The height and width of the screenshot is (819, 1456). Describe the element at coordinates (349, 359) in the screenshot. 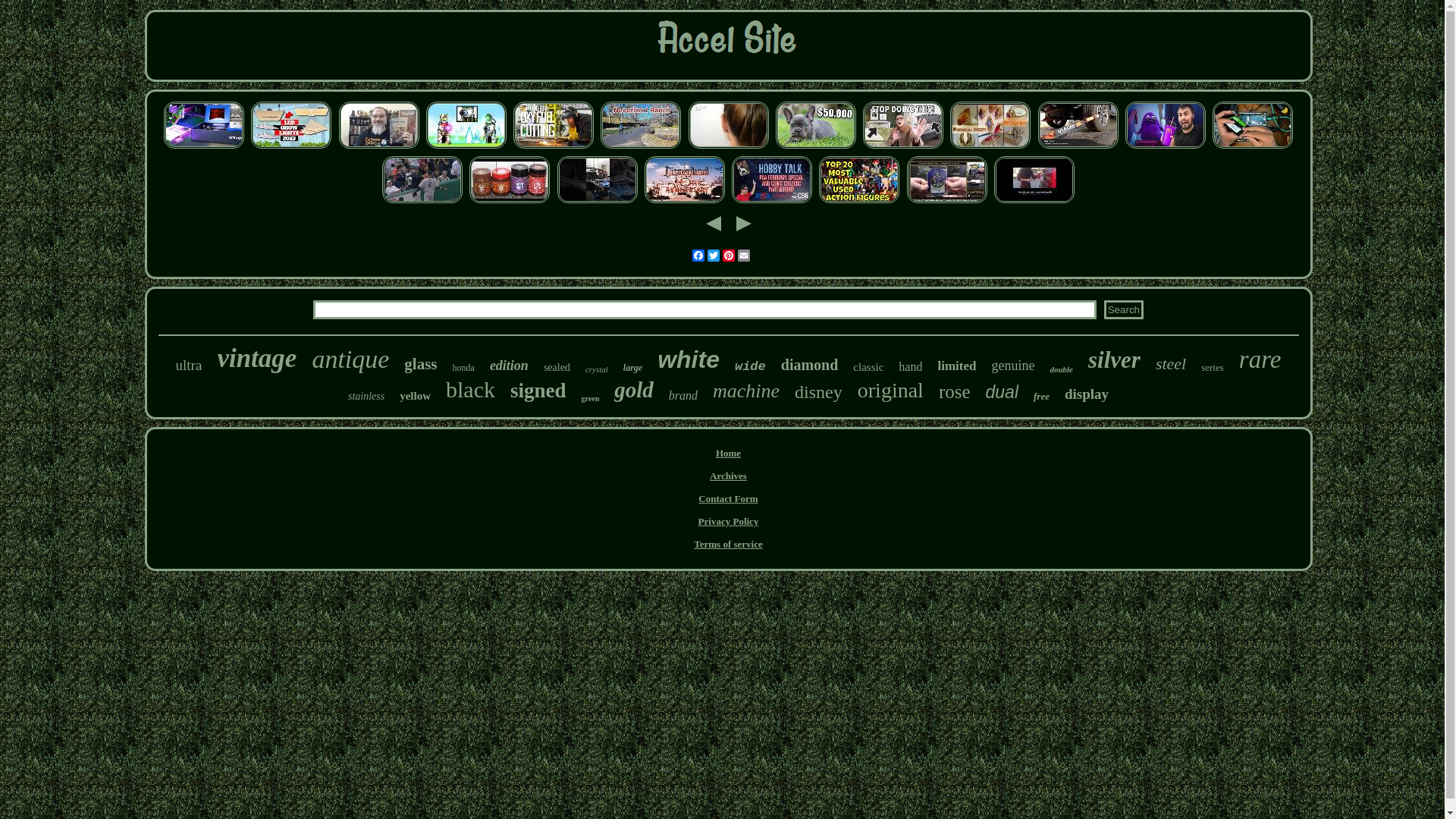

I see `'antique'` at that location.